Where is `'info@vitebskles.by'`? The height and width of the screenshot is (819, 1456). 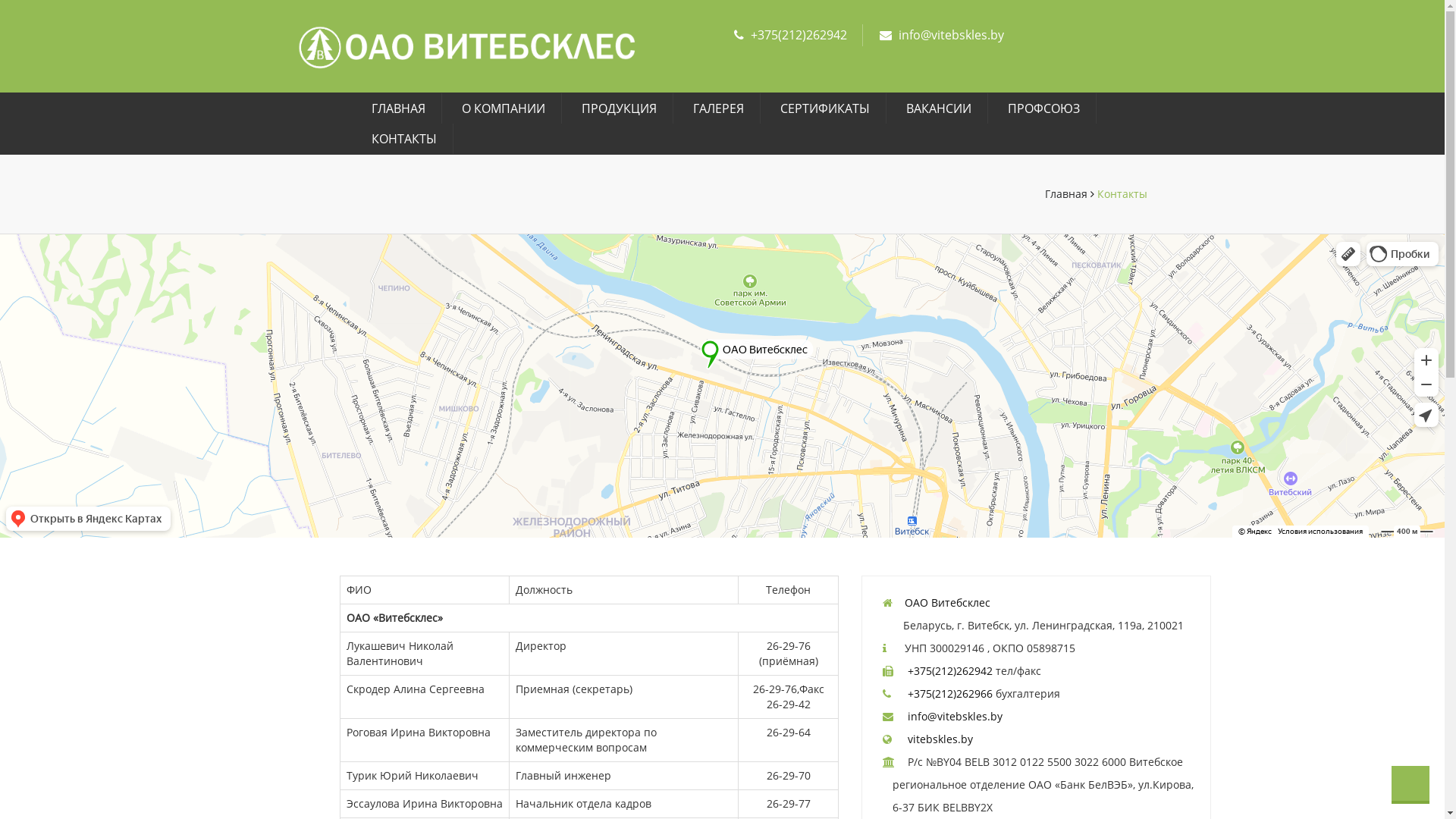 'info@vitebskles.by' is located at coordinates (954, 716).